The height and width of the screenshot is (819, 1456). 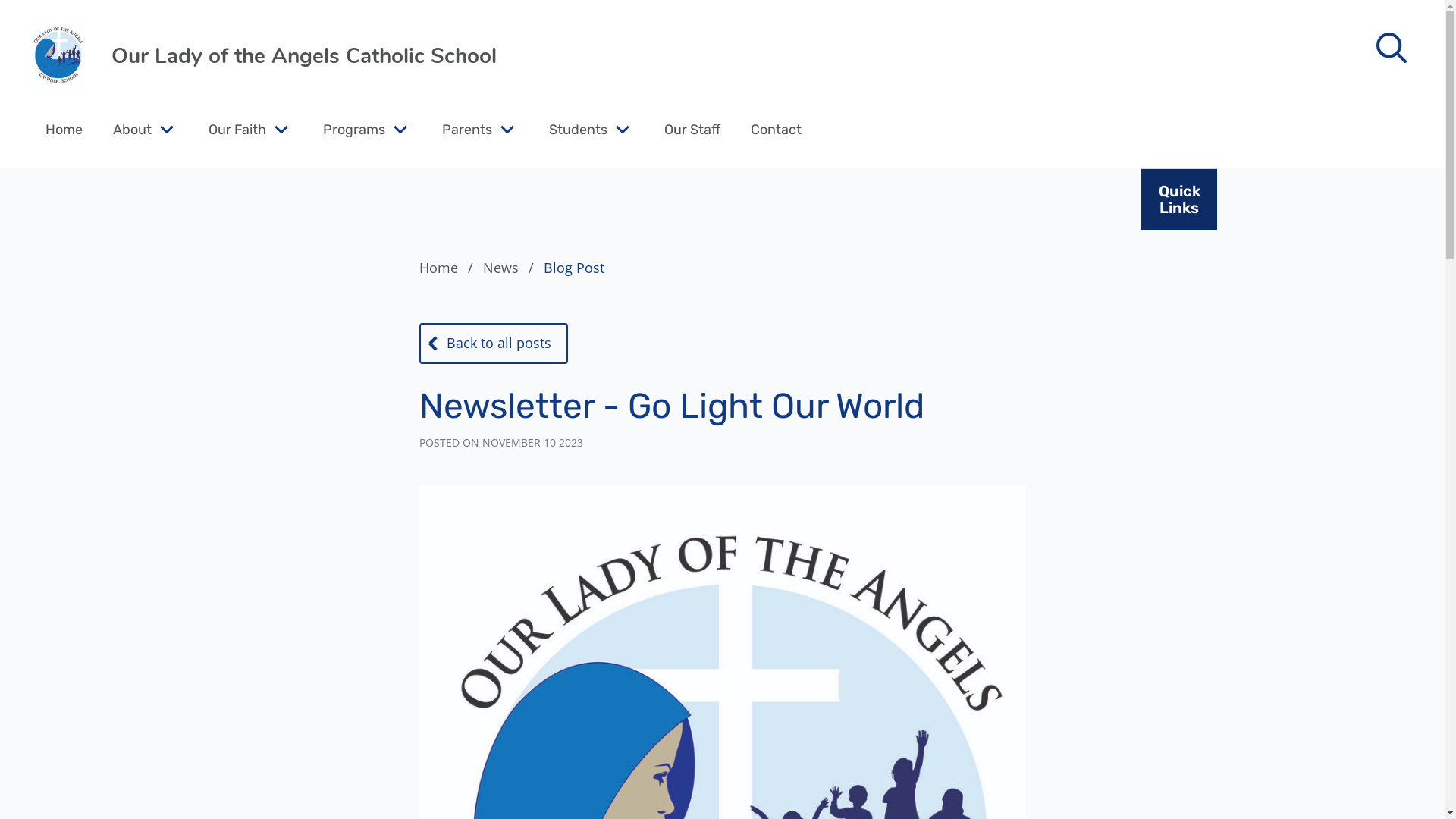 I want to click on 'Programs', so click(x=322, y=128).